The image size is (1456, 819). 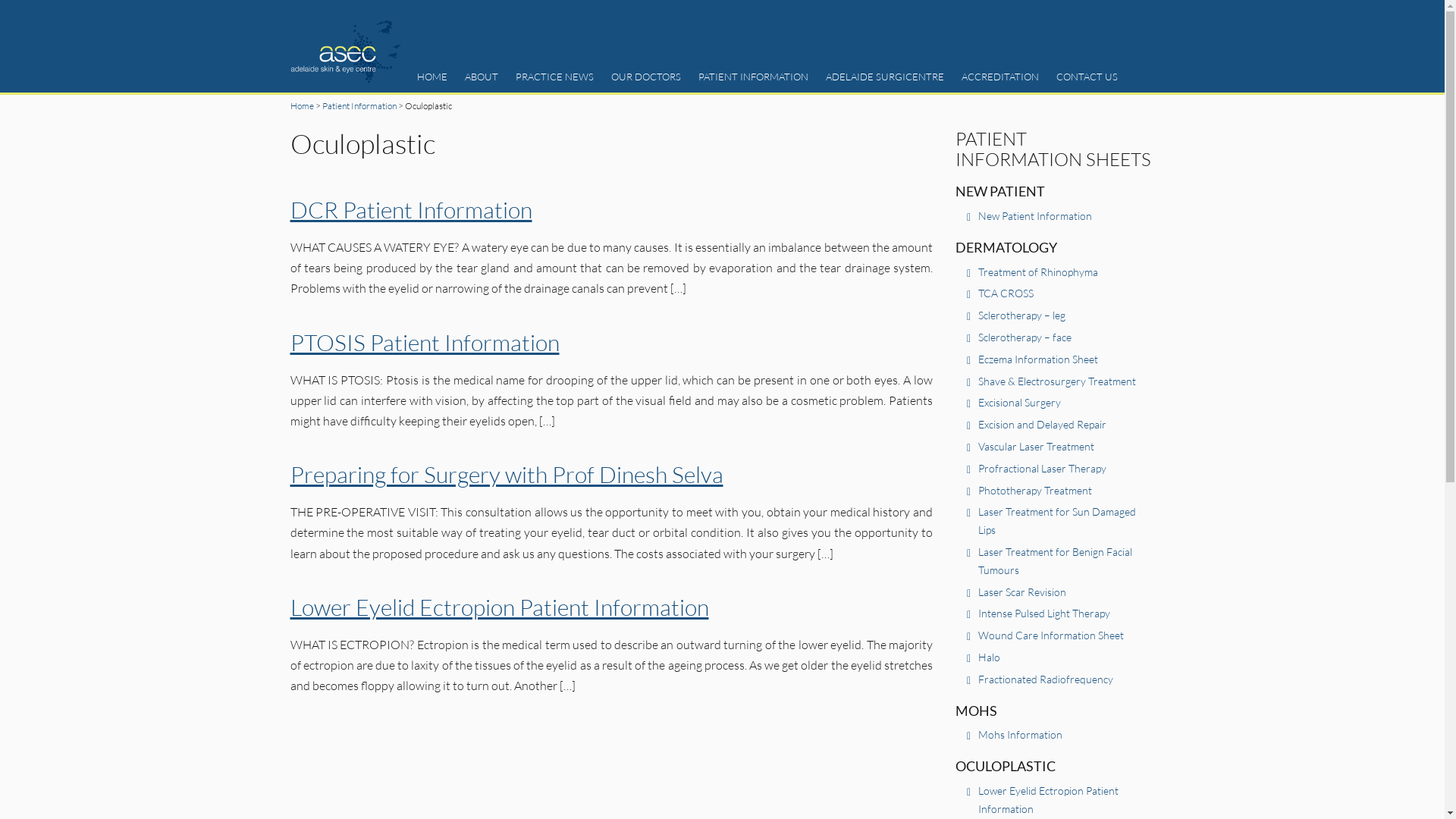 I want to click on 'Halo', so click(x=989, y=656).